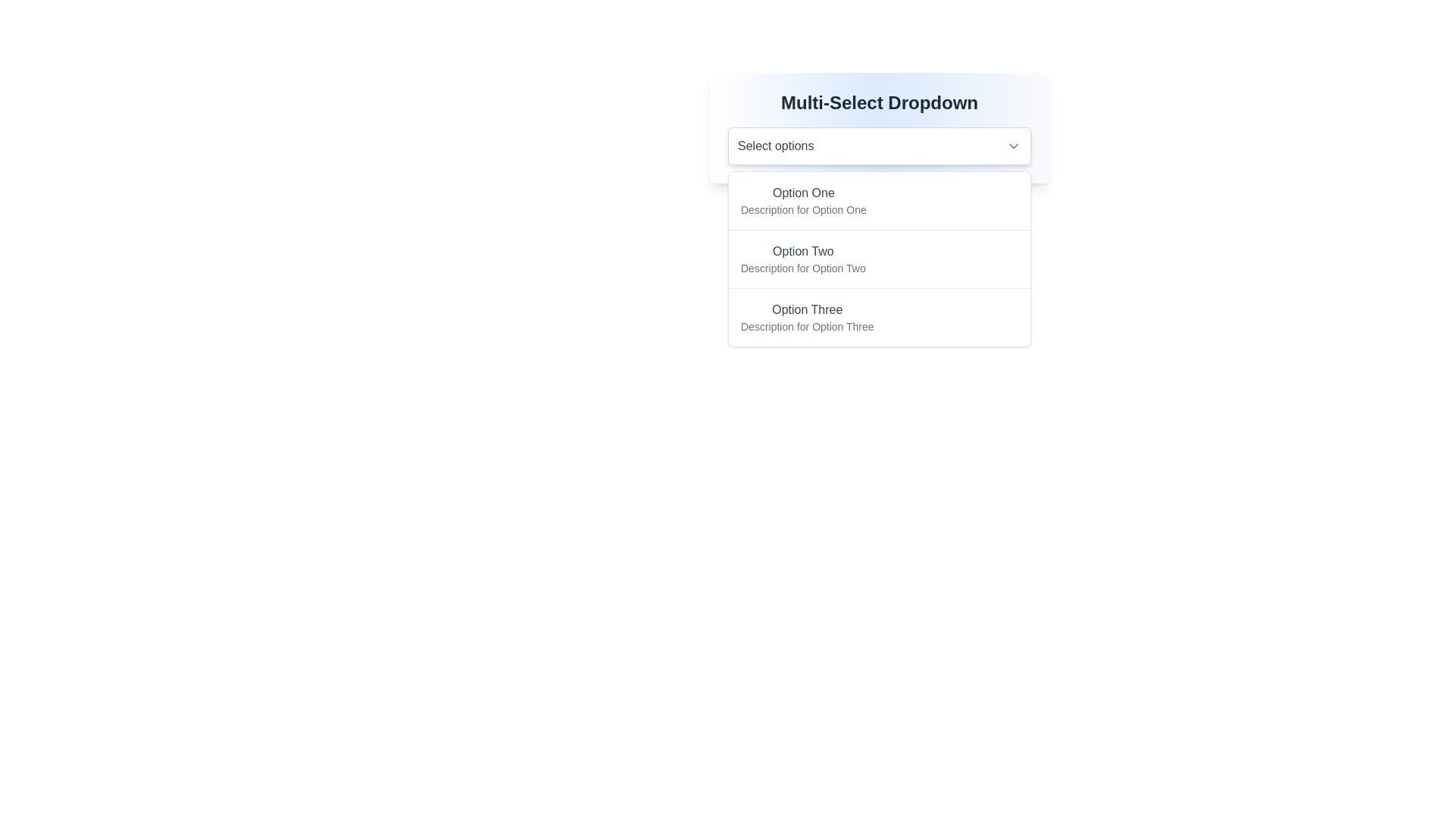 Image resolution: width=1456 pixels, height=819 pixels. Describe the element at coordinates (802, 192) in the screenshot. I see `the Text Label that identifies the first selectable option in the dropdown list, located directly below the 'Select options' input field` at that location.